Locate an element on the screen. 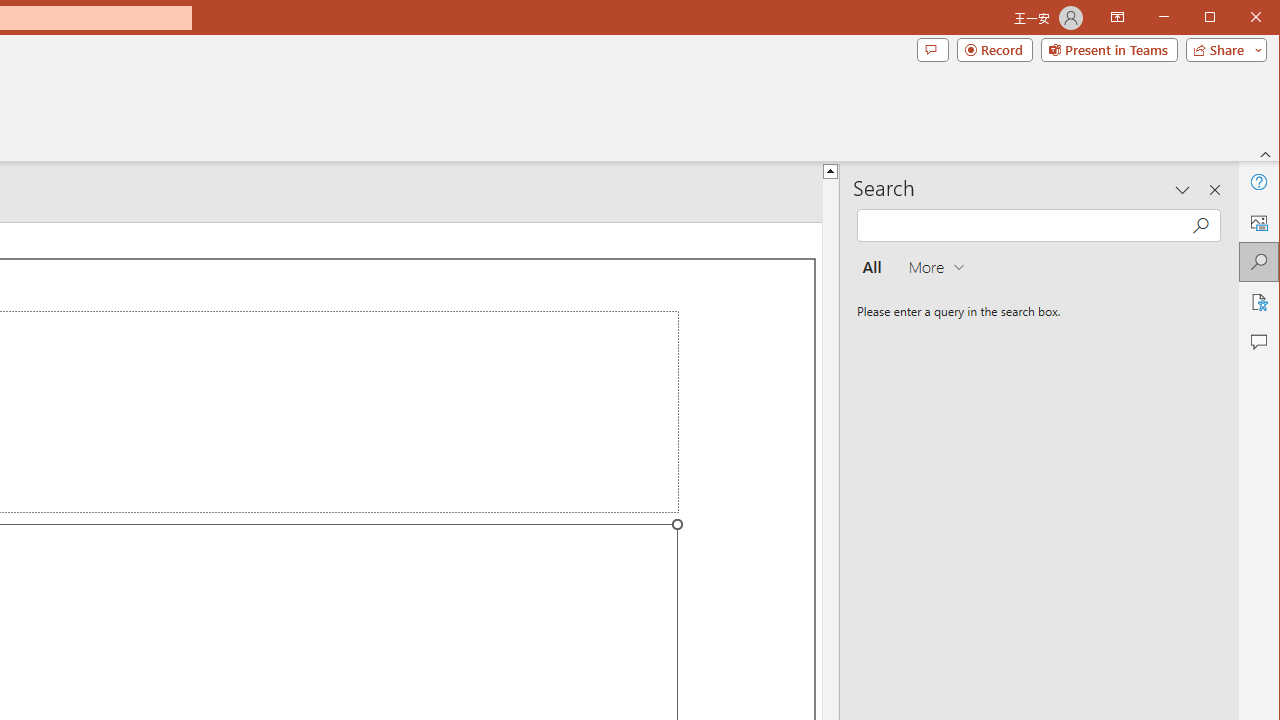 This screenshot has width=1280, height=720. 'Present in Teams' is located at coordinates (1108, 49).